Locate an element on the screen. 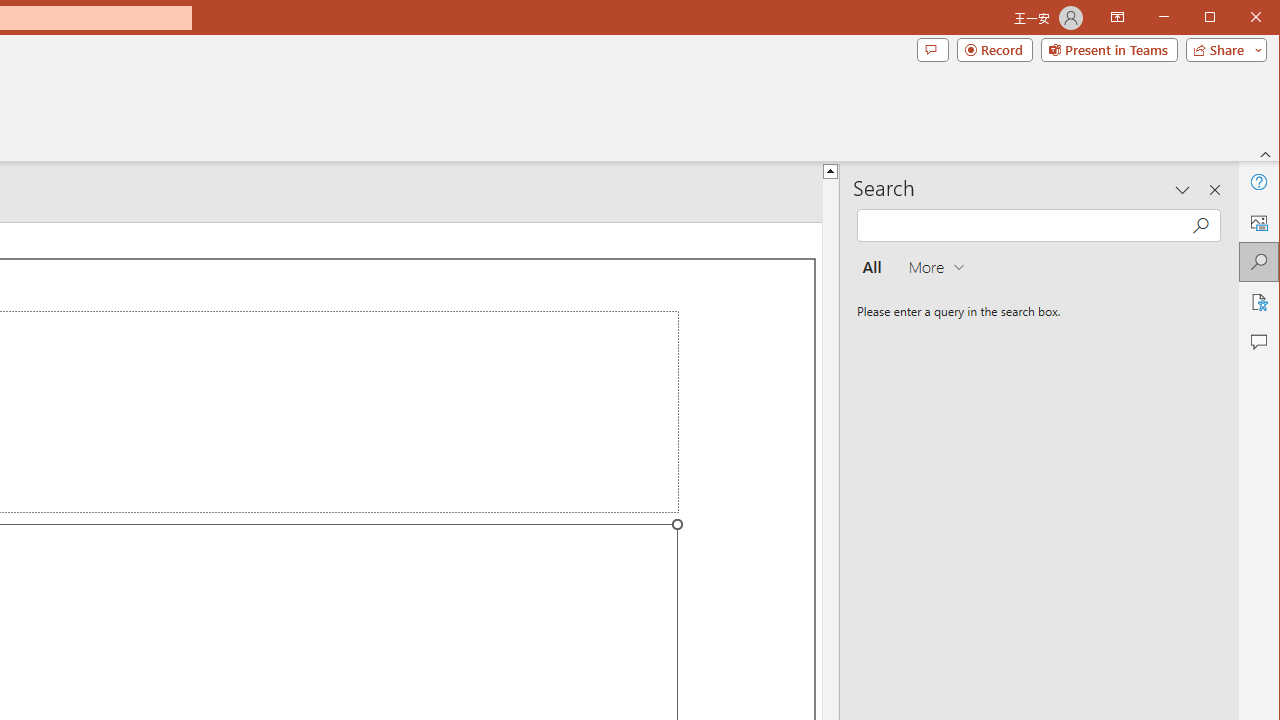 This screenshot has width=1280, height=720. 'Present in Teams' is located at coordinates (1108, 49).